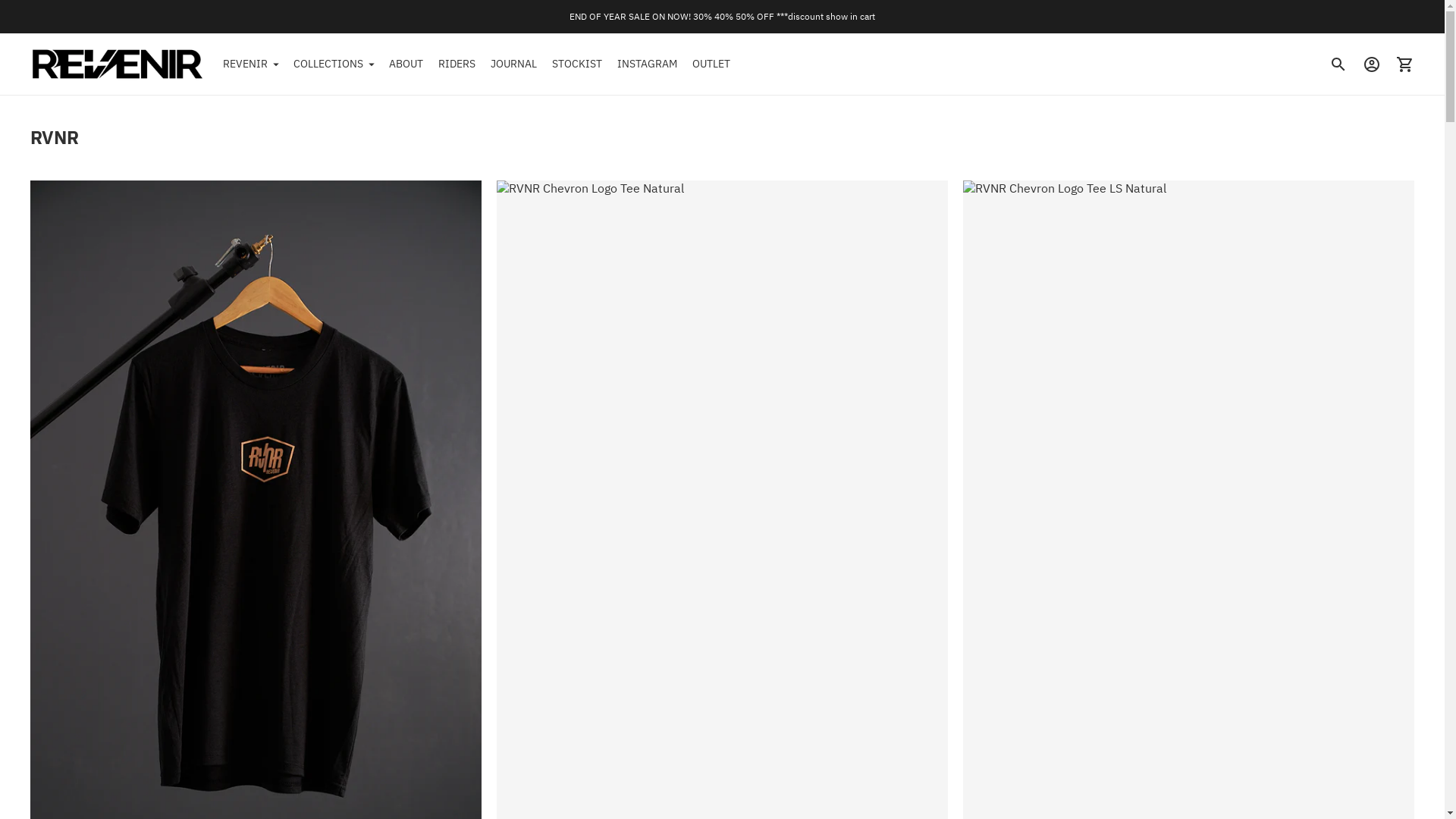  Describe the element at coordinates (513, 63) in the screenshot. I see `'JOURNAL'` at that location.